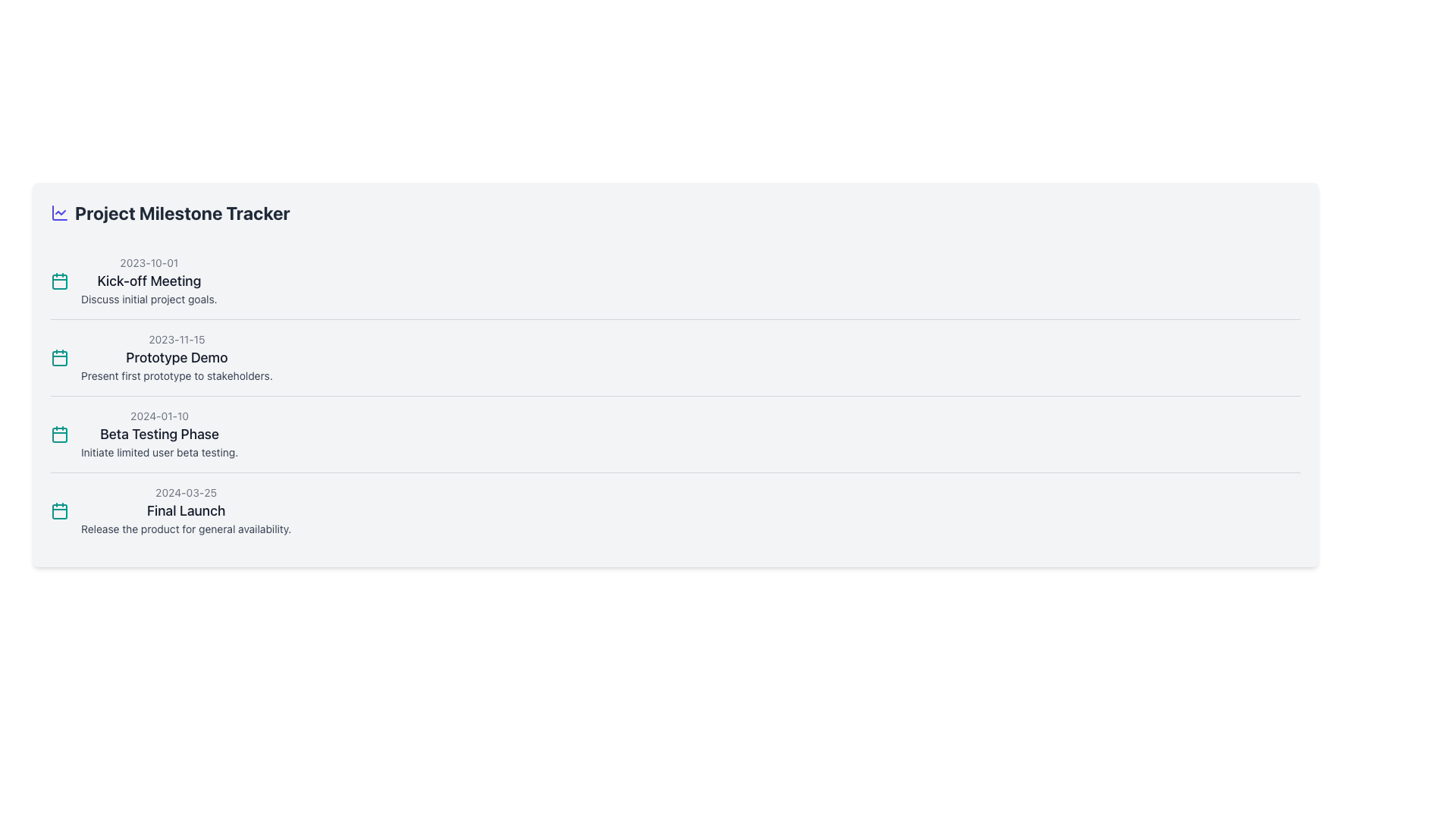  Describe the element at coordinates (675, 357) in the screenshot. I see `the milestone section displaying the date '2023-11-15', title 'Prototype Demo', and description 'Present first prototype to stakeholders.' located between 'Kick-off Meeting' and 'Beta Testing Phase'` at that location.